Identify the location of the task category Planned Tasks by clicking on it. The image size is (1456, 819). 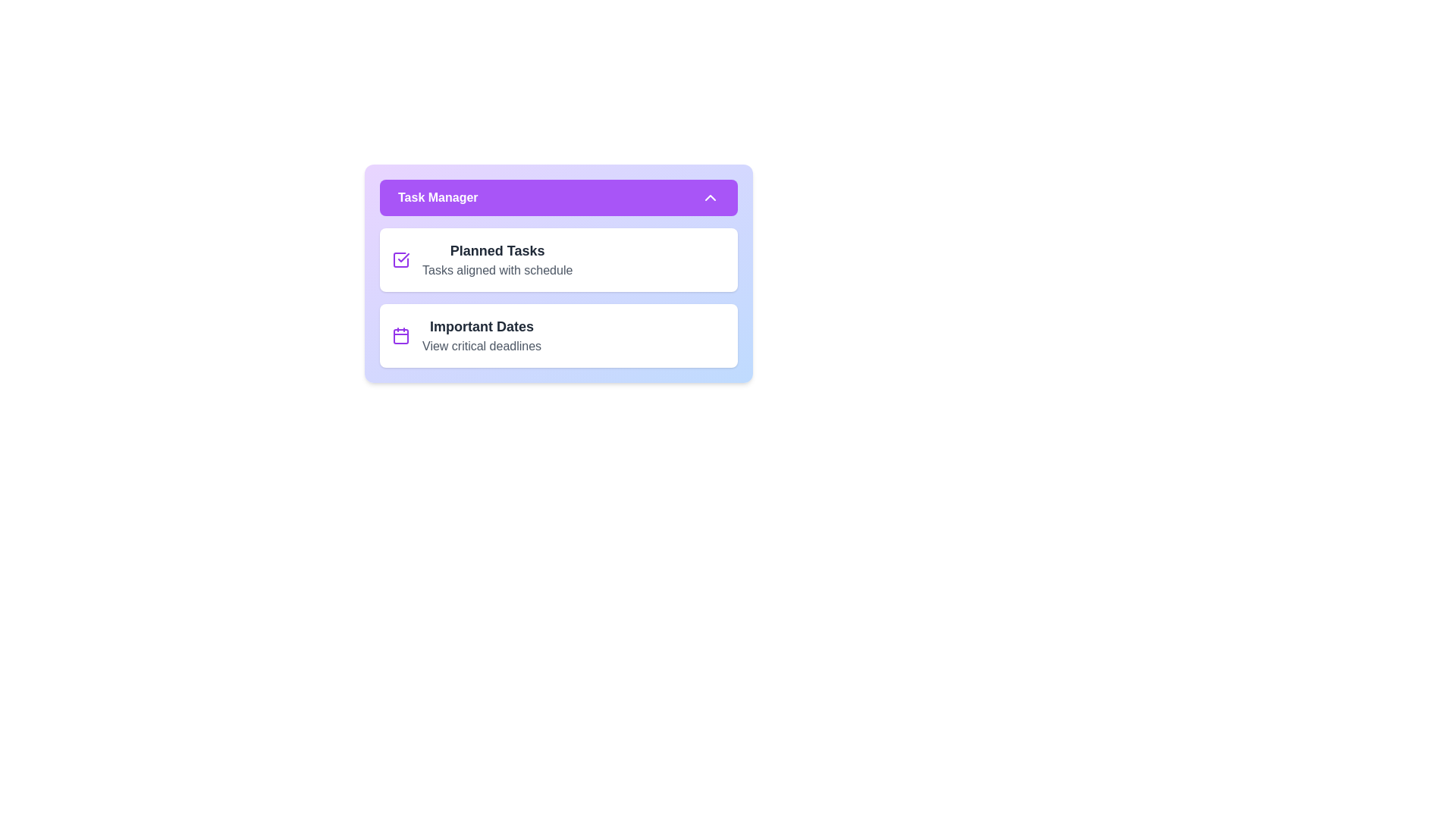
(558, 259).